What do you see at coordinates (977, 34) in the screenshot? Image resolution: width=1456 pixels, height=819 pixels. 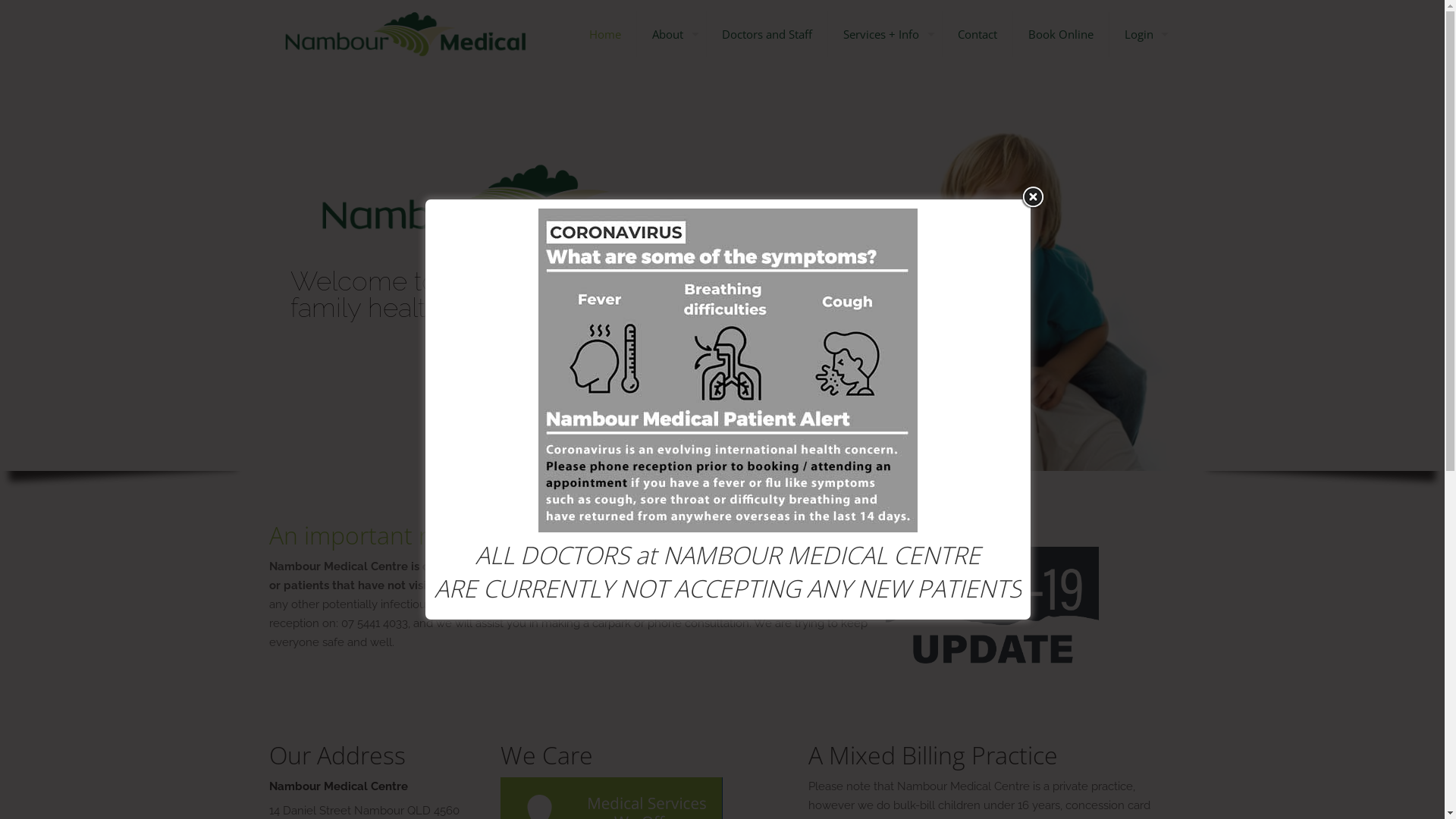 I see `'Contact'` at bounding box center [977, 34].